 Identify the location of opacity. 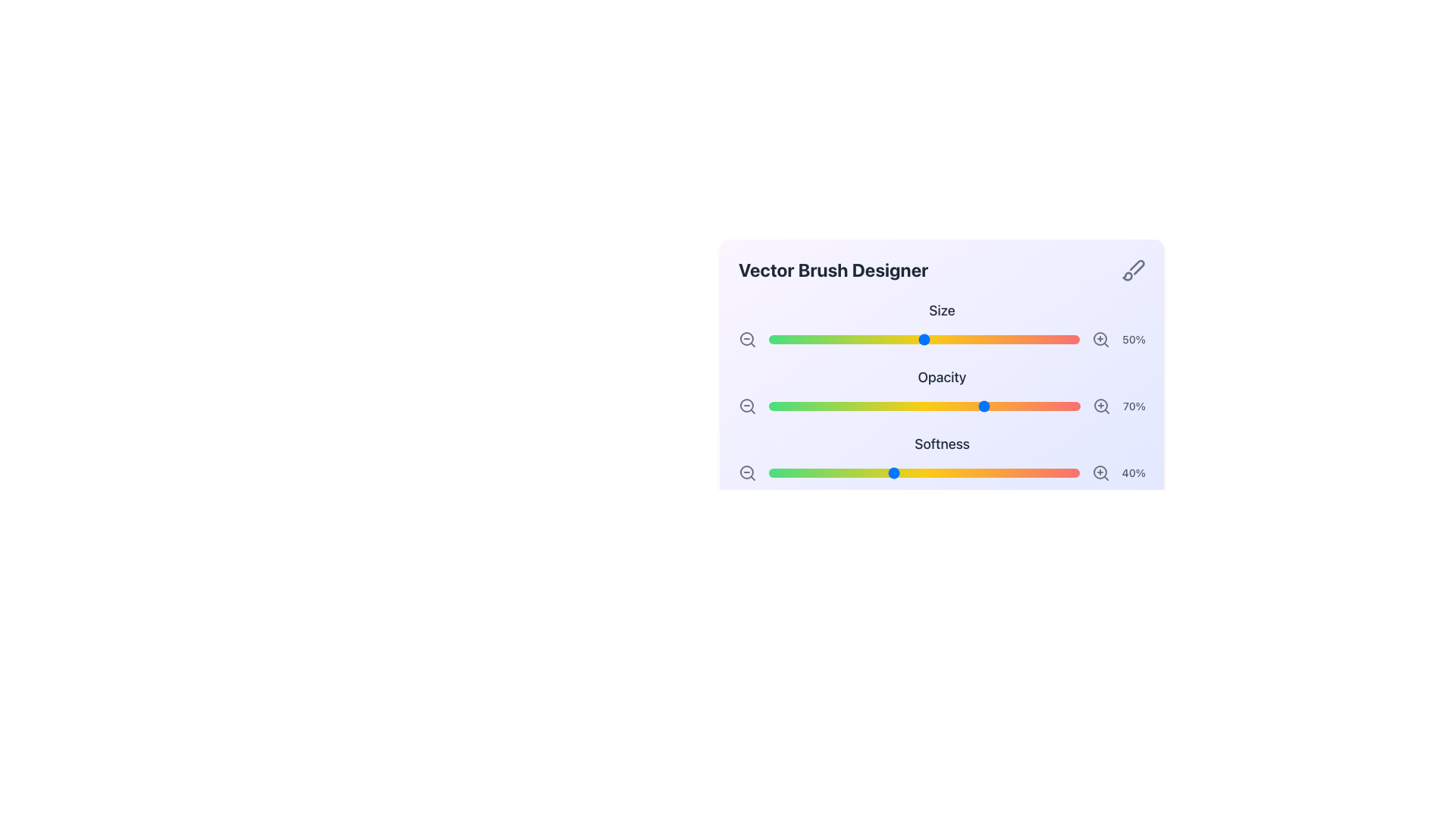
(908, 406).